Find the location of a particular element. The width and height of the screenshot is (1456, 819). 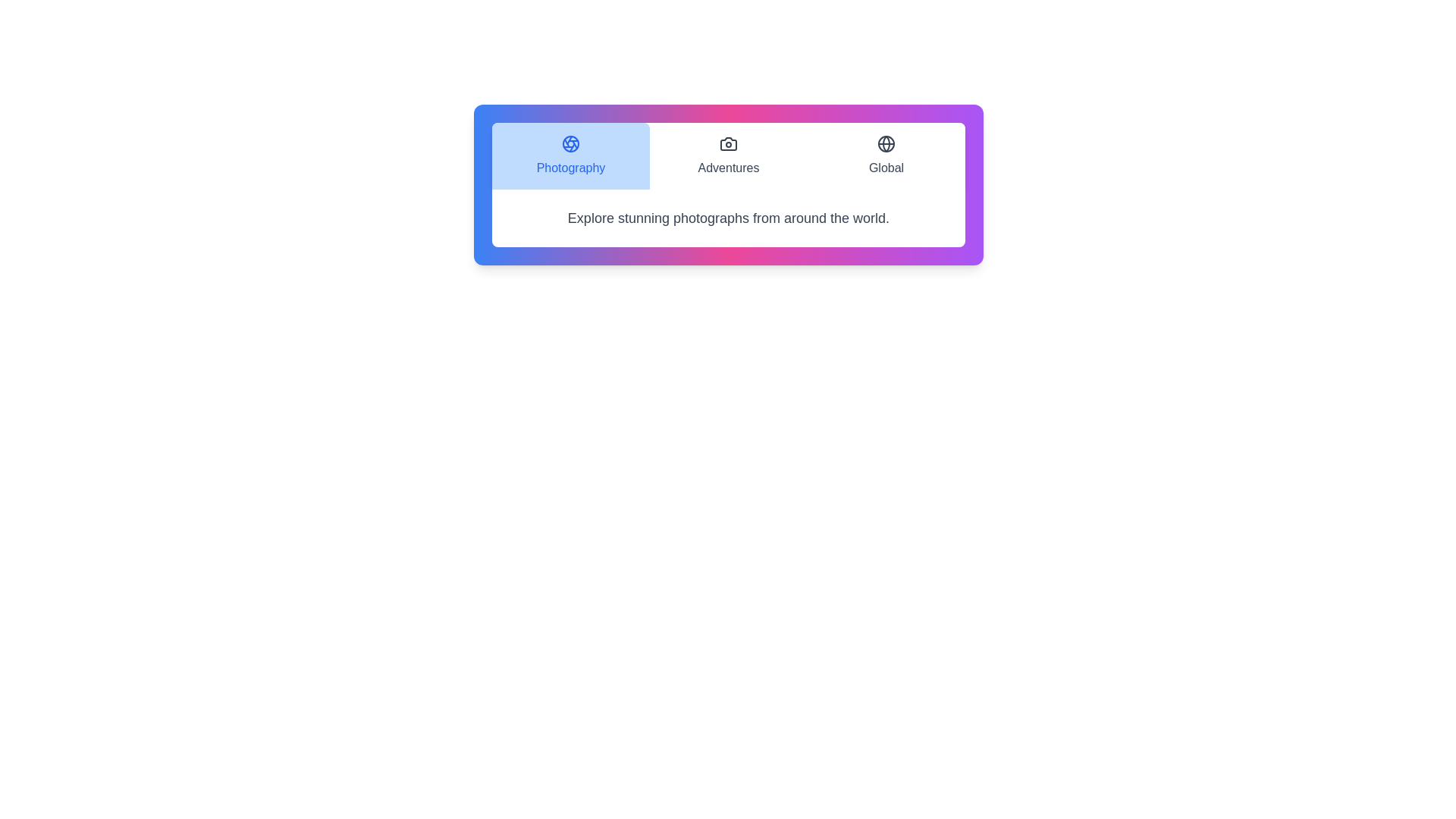

the camera icon representing the 'Adventures' tab in the navigation section is located at coordinates (728, 143).